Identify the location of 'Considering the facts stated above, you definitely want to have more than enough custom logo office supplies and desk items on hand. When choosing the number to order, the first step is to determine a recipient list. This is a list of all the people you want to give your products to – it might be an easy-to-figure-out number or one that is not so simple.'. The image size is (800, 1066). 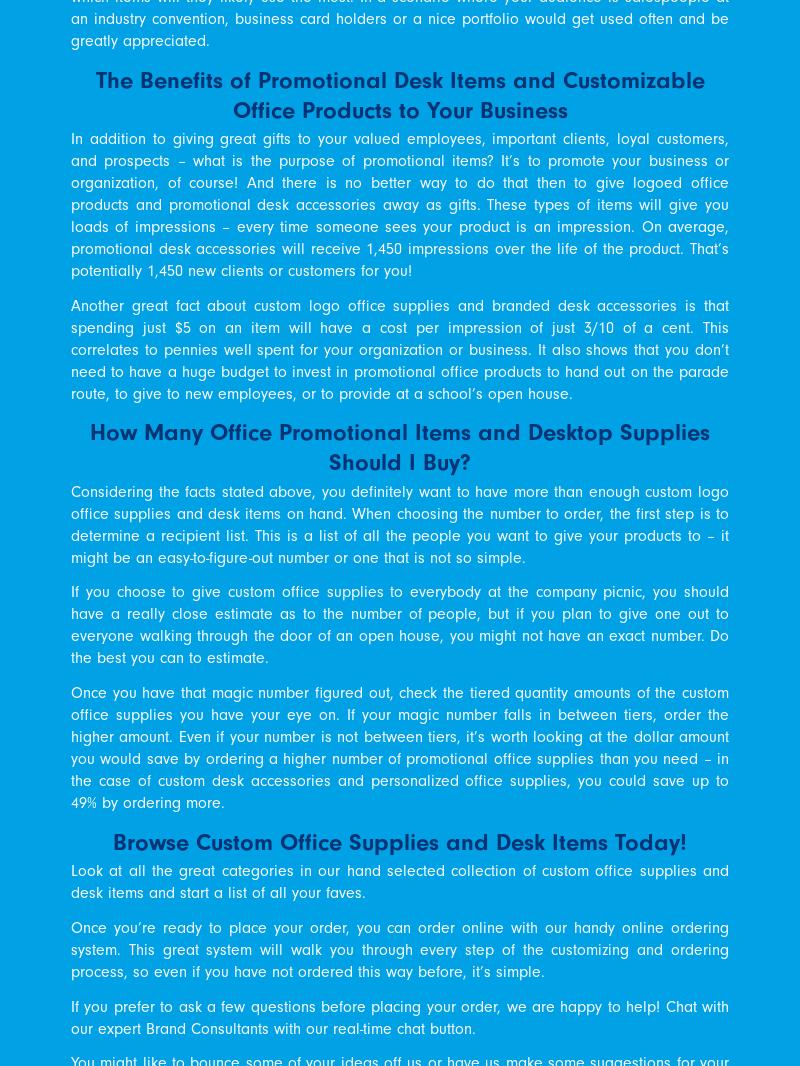
(70, 524).